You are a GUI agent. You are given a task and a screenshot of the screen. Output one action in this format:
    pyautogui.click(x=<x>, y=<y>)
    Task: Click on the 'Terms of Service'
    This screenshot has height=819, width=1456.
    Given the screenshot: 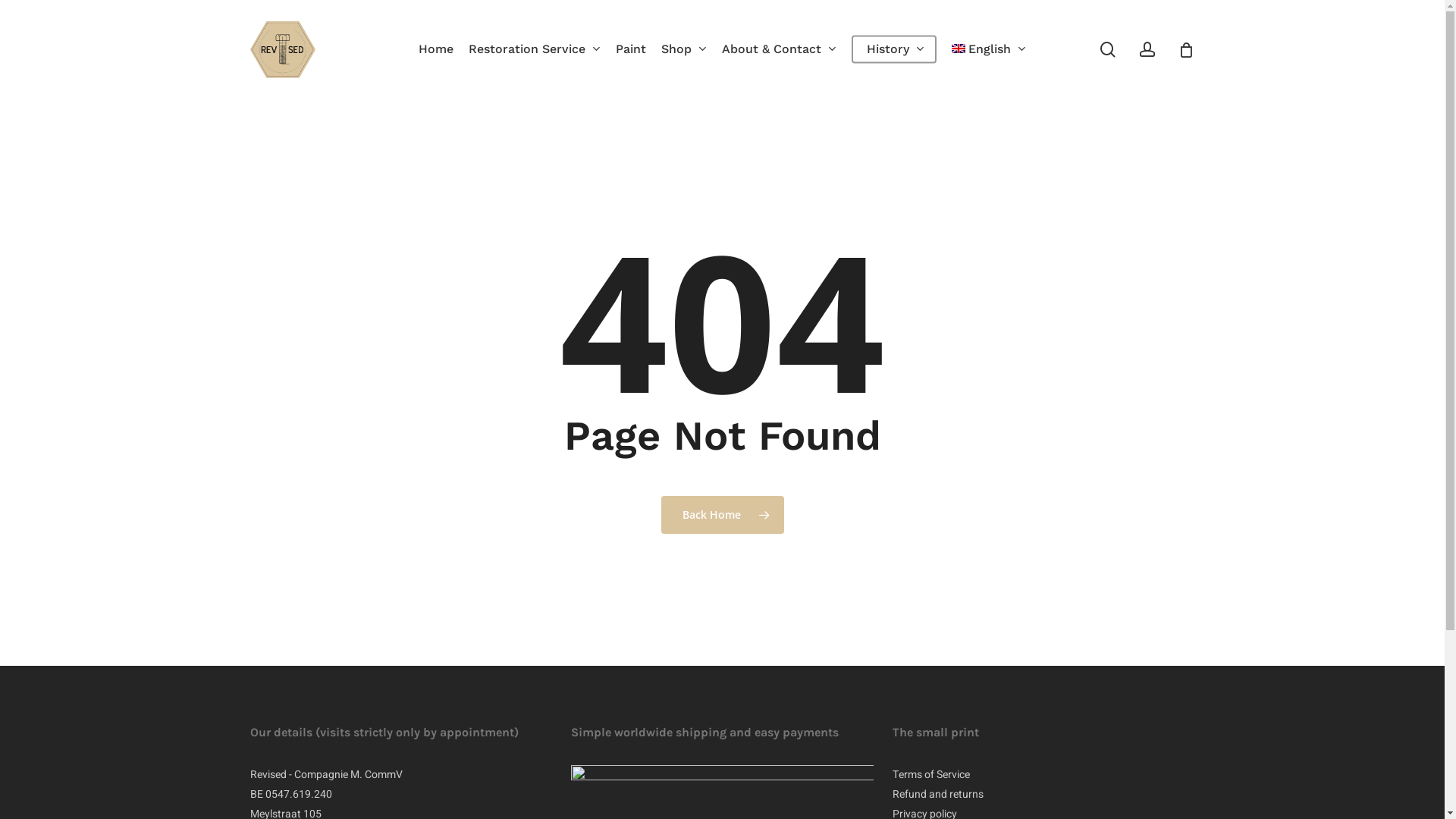 What is the action you would take?
    pyautogui.click(x=930, y=774)
    